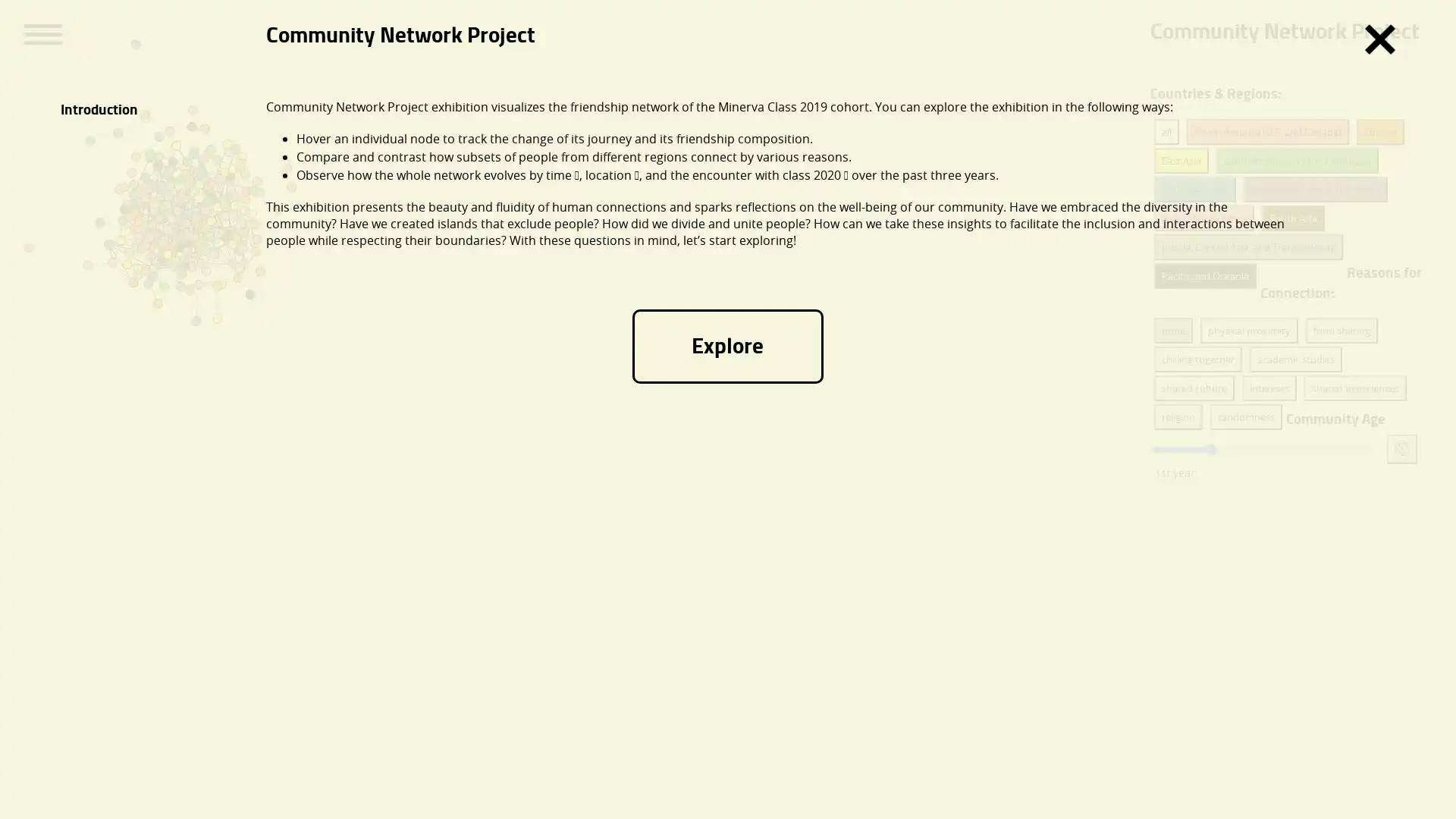  I want to click on chilling together, so click(1197, 359).